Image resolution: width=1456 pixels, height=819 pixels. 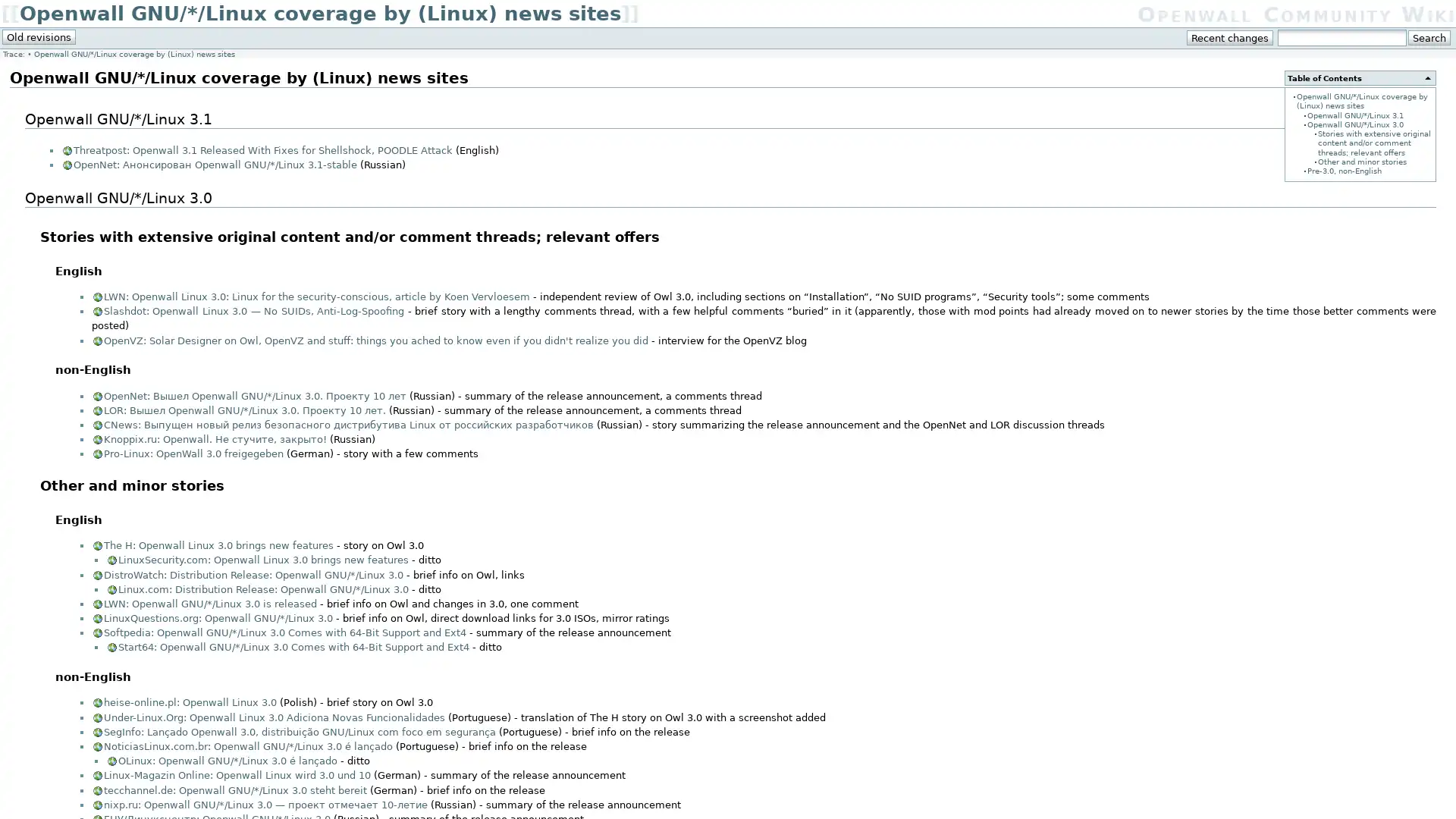 What do you see at coordinates (39, 36) in the screenshot?
I see `Old revisions` at bounding box center [39, 36].